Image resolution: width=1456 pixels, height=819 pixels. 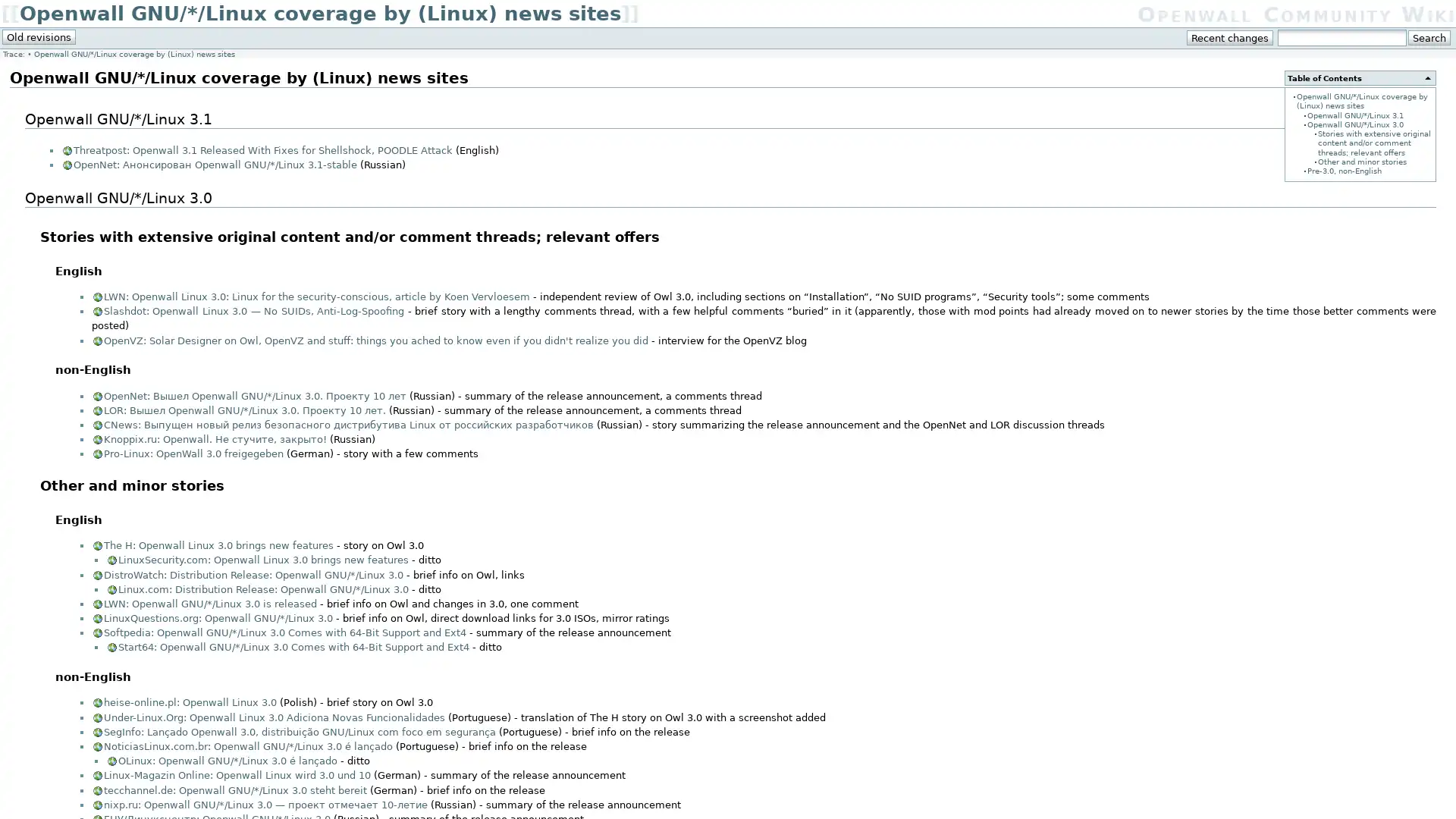 What do you see at coordinates (39, 36) in the screenshot?
I see `Old revisions` at bounding box center [39, 36].